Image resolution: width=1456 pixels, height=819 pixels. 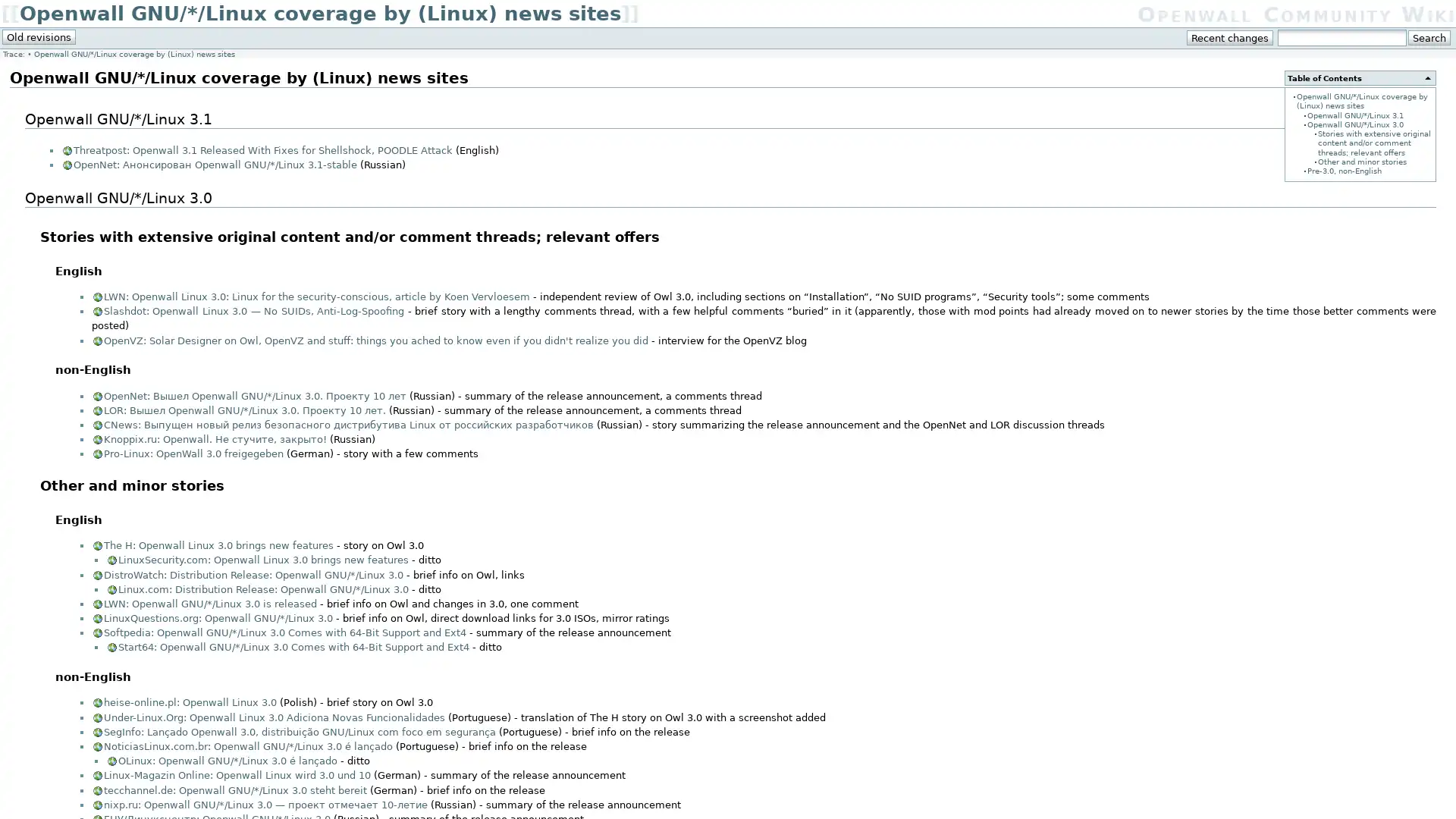 What do you see at coordinates (39, 36) in the screenshot?
I see `Old revisions` at bounding box center [39, 36].